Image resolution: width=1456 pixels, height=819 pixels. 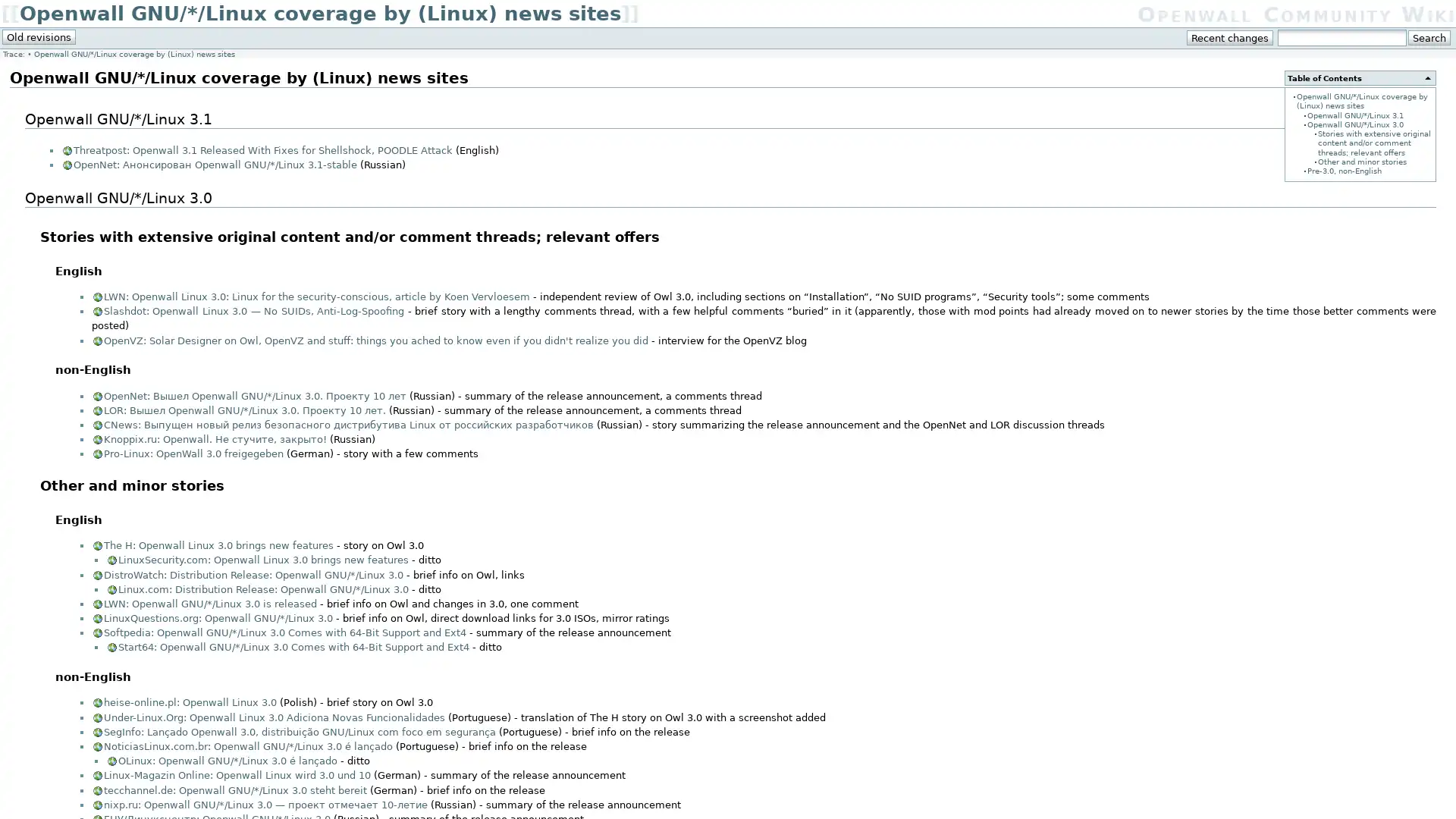 What do you see at coordinates (39, 36) in the screenshot?
I see `Old revisions` at bounding box center [39, 36].